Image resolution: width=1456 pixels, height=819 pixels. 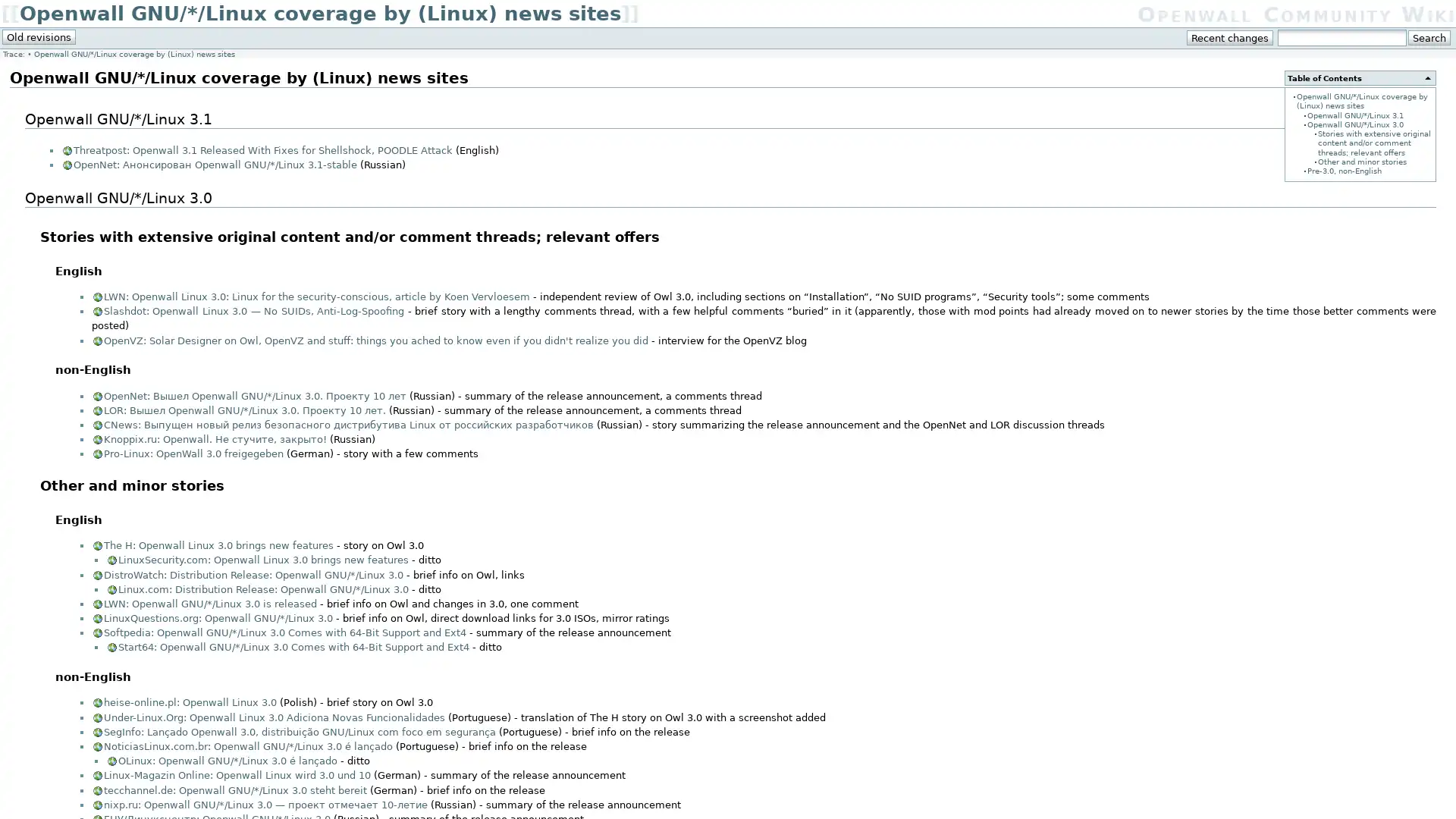 What do you see at coordinates (39, 36) in the screenshot?
I see `Old revisions` at bounding box center [39, 36].